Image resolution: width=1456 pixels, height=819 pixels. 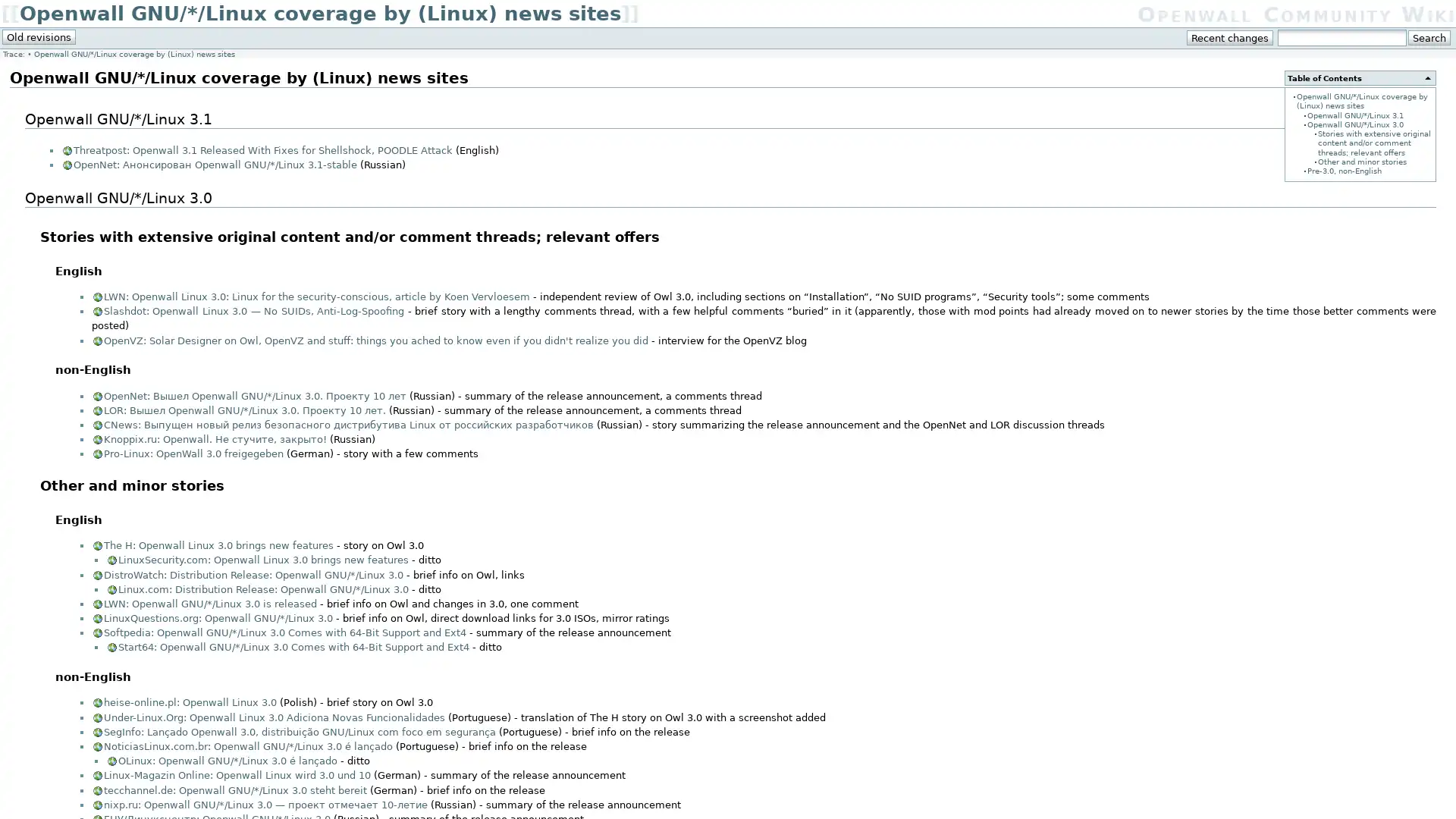 What do you see at coordinates (39, 36) in the screenshot?
I see `Old revisions` at bounding box center [39, 36].